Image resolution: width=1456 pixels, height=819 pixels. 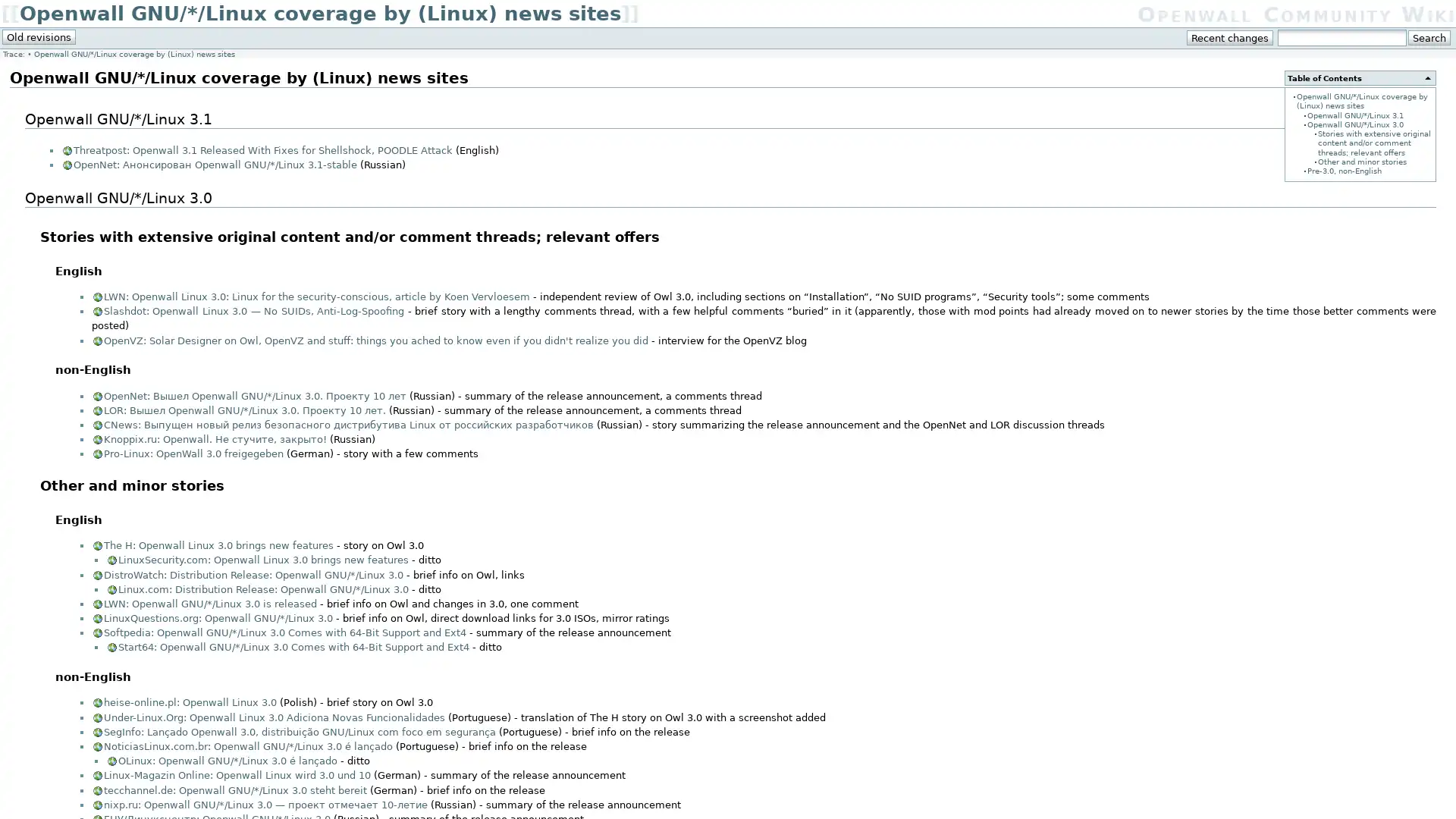 What do you see at coordinates (39, 36) in the screenshot?
I see `Old revisions` at bounding box center [39, 36].